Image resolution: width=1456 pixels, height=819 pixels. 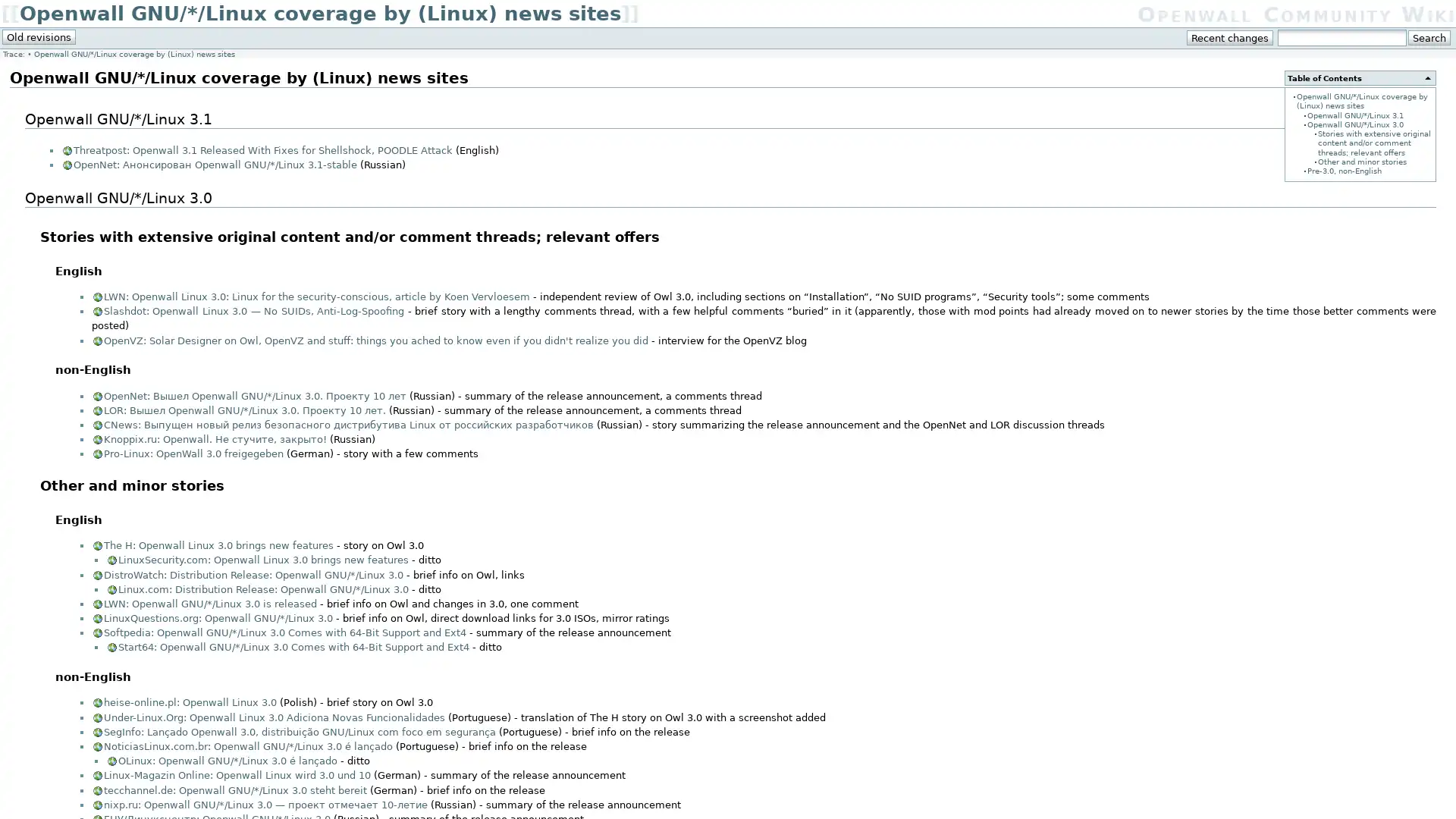 What do you see at coordinates (39, 36) in the screenshot?
I see `Old revisions` at bounding box center [39, 36].